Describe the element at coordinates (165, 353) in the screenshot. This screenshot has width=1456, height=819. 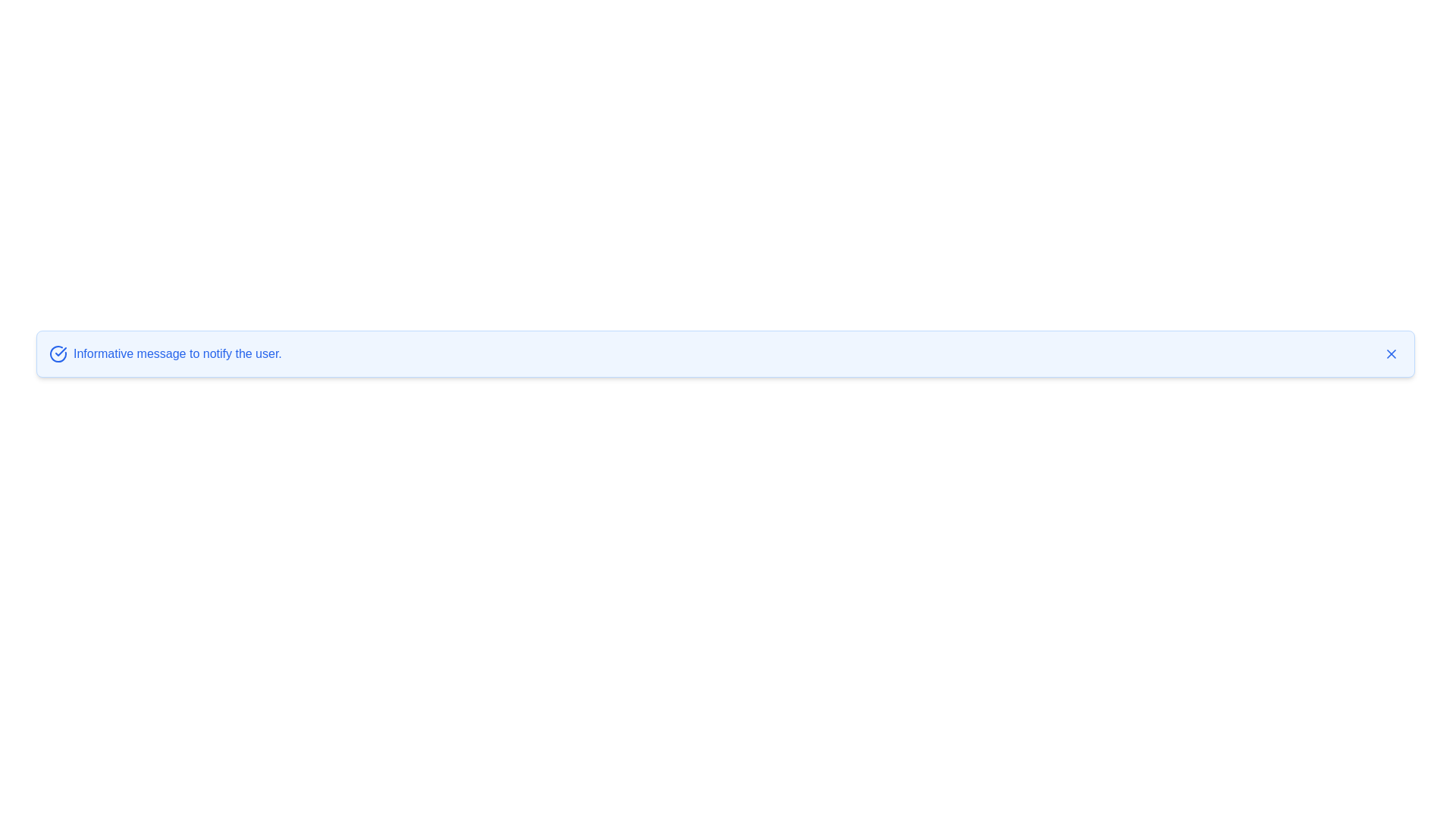
I see `the text display element that contains blue text reading 'Informative message to notify the user' with a checkmark icon on its left` at that location.